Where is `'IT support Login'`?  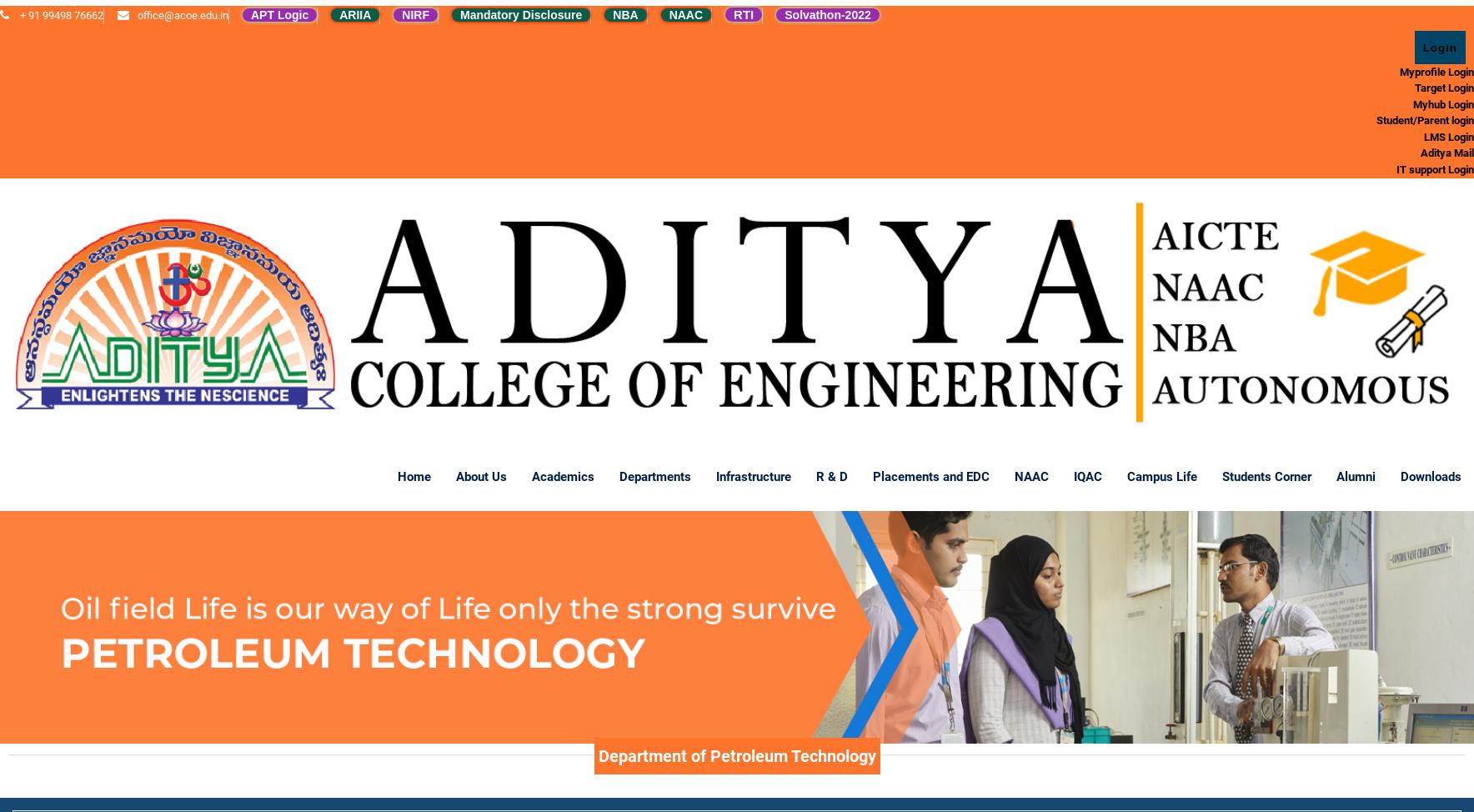 'IT support Login' is located at coordinates (1435, 168).